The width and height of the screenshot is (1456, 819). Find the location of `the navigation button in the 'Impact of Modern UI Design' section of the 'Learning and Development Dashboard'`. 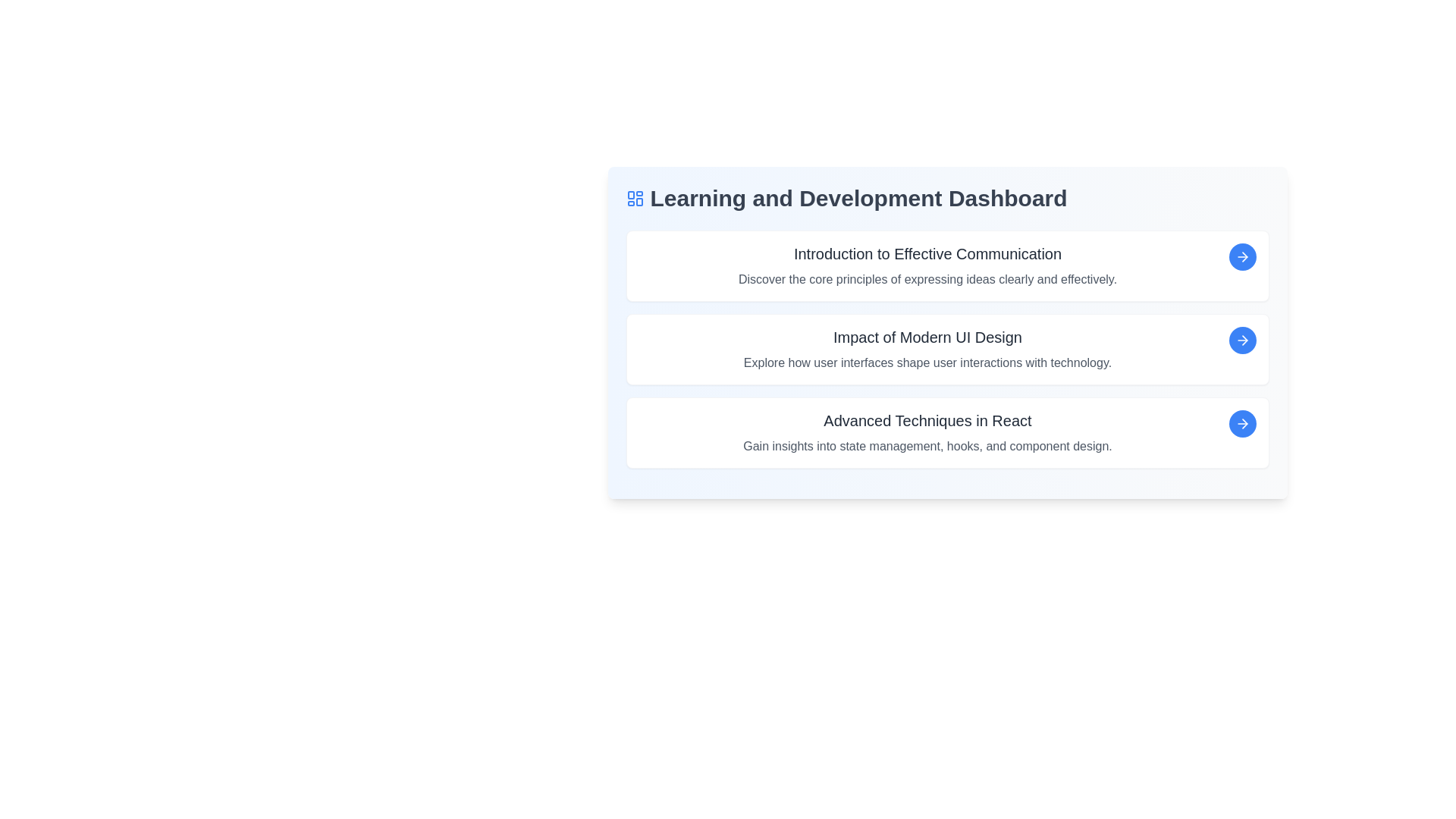

the navigation button in the 'Impact of Modern UI Design' section of the 'Learning and Development Dashboard' is located at coordinates (1242, 339).